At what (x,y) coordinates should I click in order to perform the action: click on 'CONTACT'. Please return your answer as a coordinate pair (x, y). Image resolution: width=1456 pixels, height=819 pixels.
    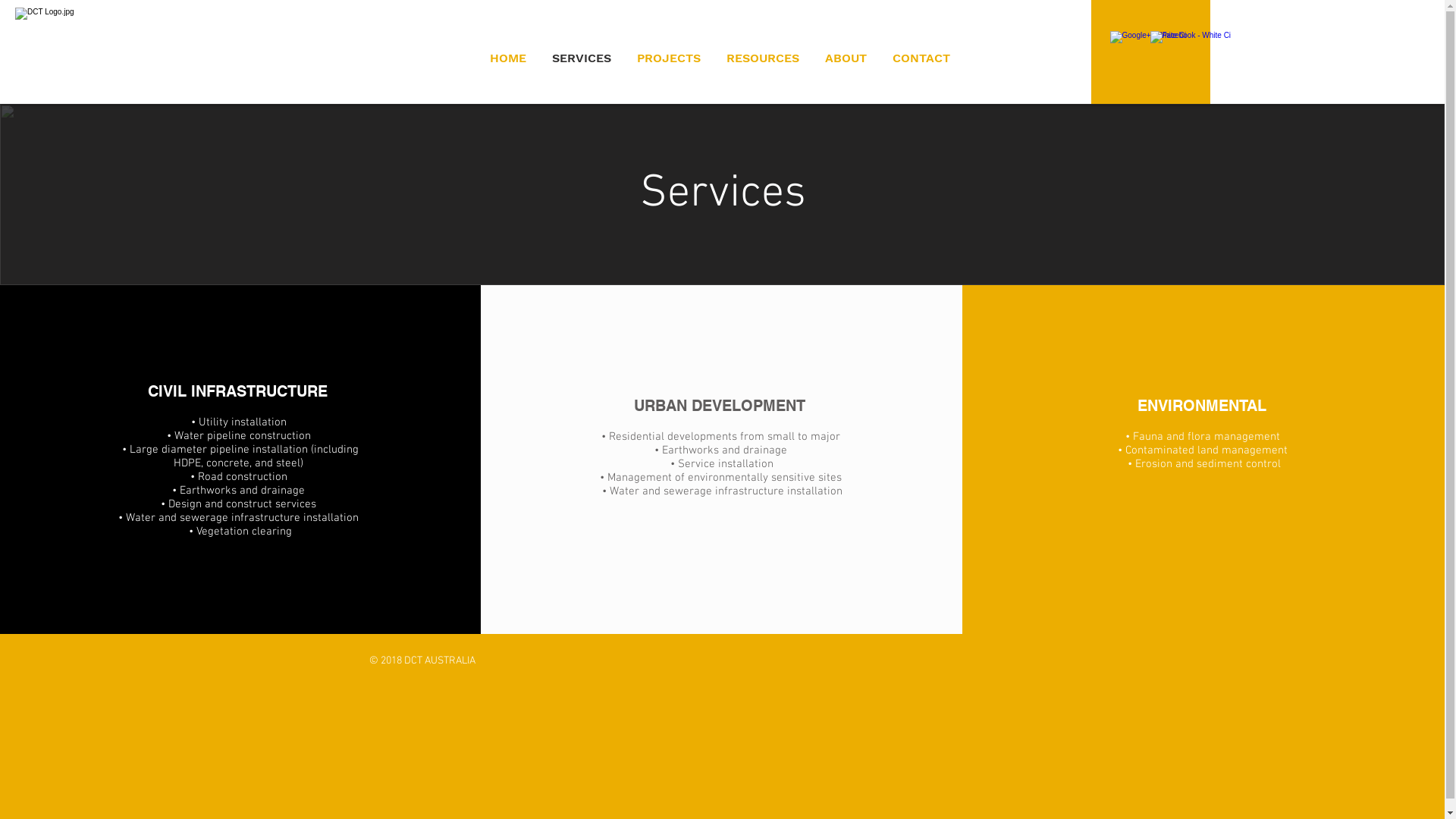
    Looking at the image, I should click on (920, 57).